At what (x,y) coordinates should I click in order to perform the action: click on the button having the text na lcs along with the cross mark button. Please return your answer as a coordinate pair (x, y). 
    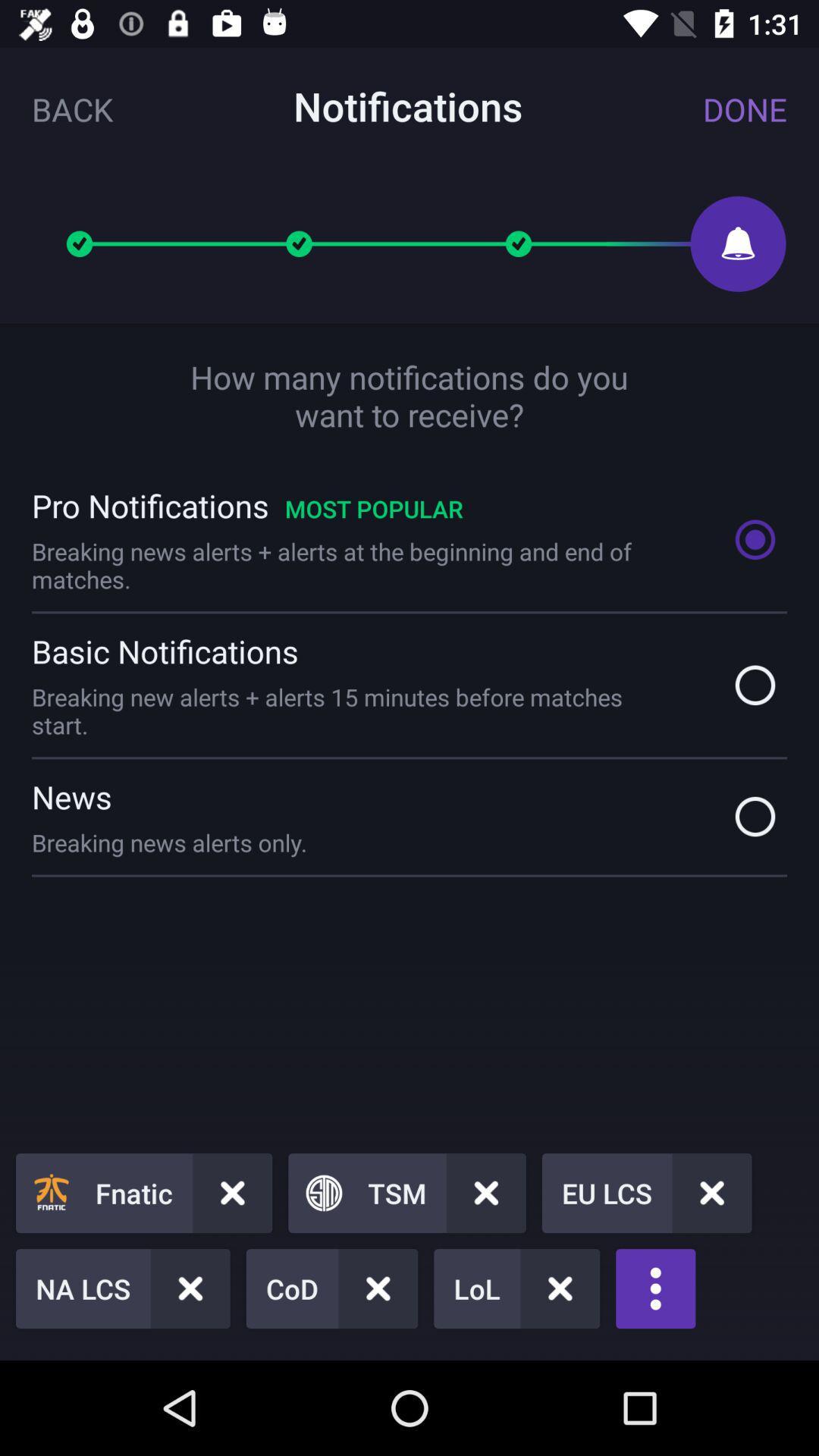
    Looking at the image, I should click on (122, 1288).